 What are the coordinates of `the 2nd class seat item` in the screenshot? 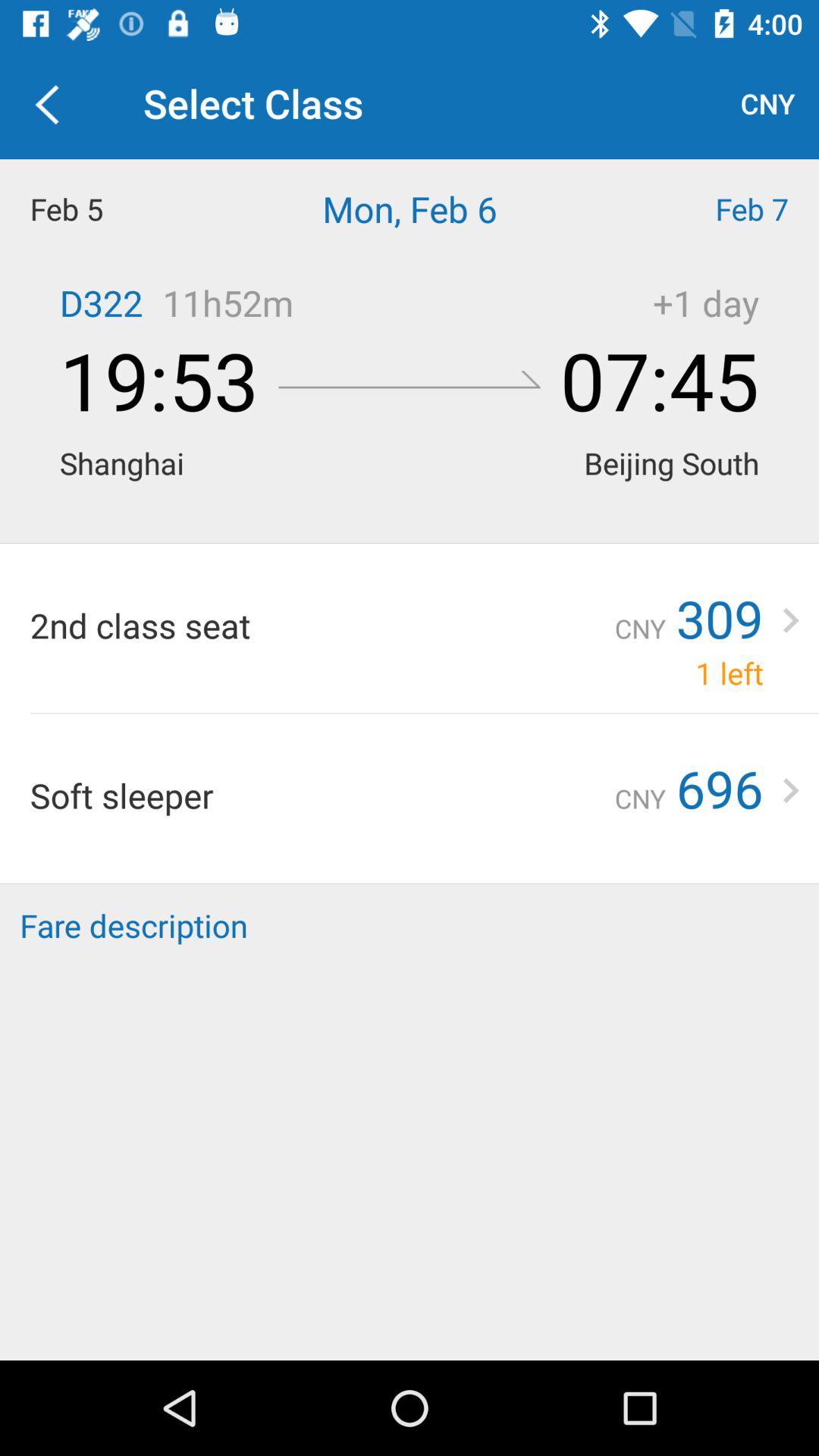 It's located at (322, 625).